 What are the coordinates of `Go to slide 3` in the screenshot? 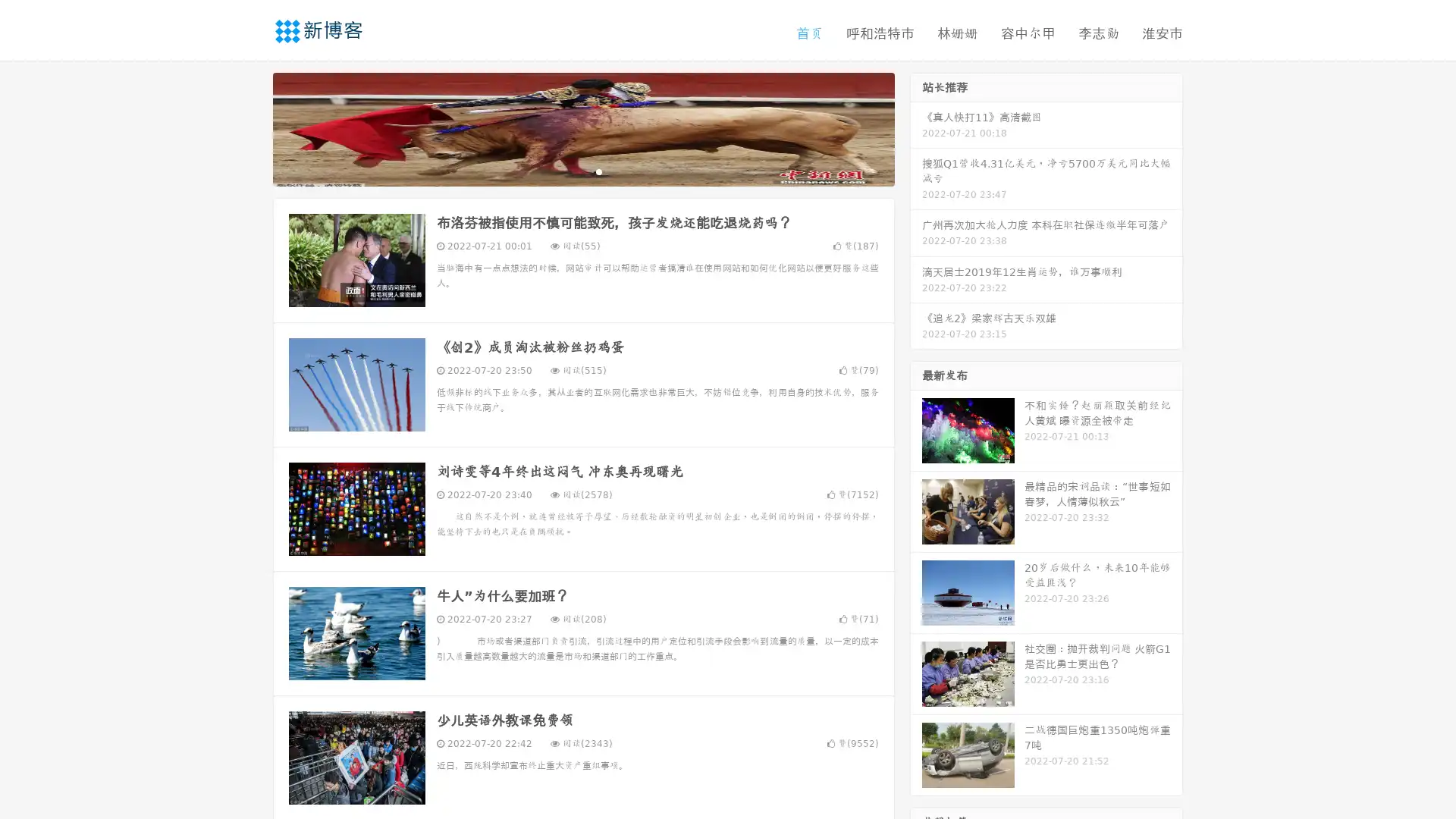 It's located at (598, 171).